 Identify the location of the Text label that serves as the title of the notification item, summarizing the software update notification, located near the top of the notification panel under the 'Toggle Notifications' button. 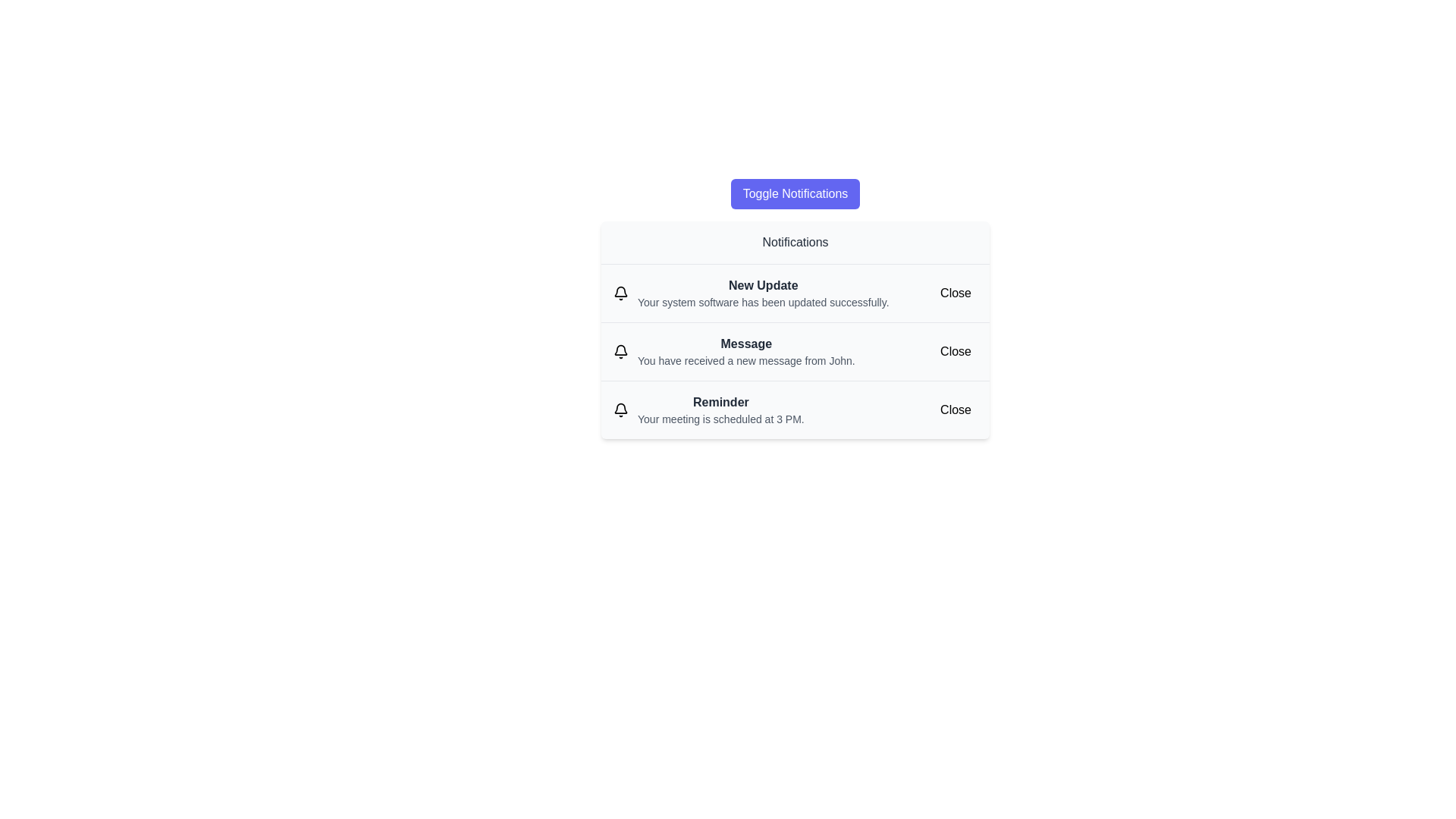
(763, 286).